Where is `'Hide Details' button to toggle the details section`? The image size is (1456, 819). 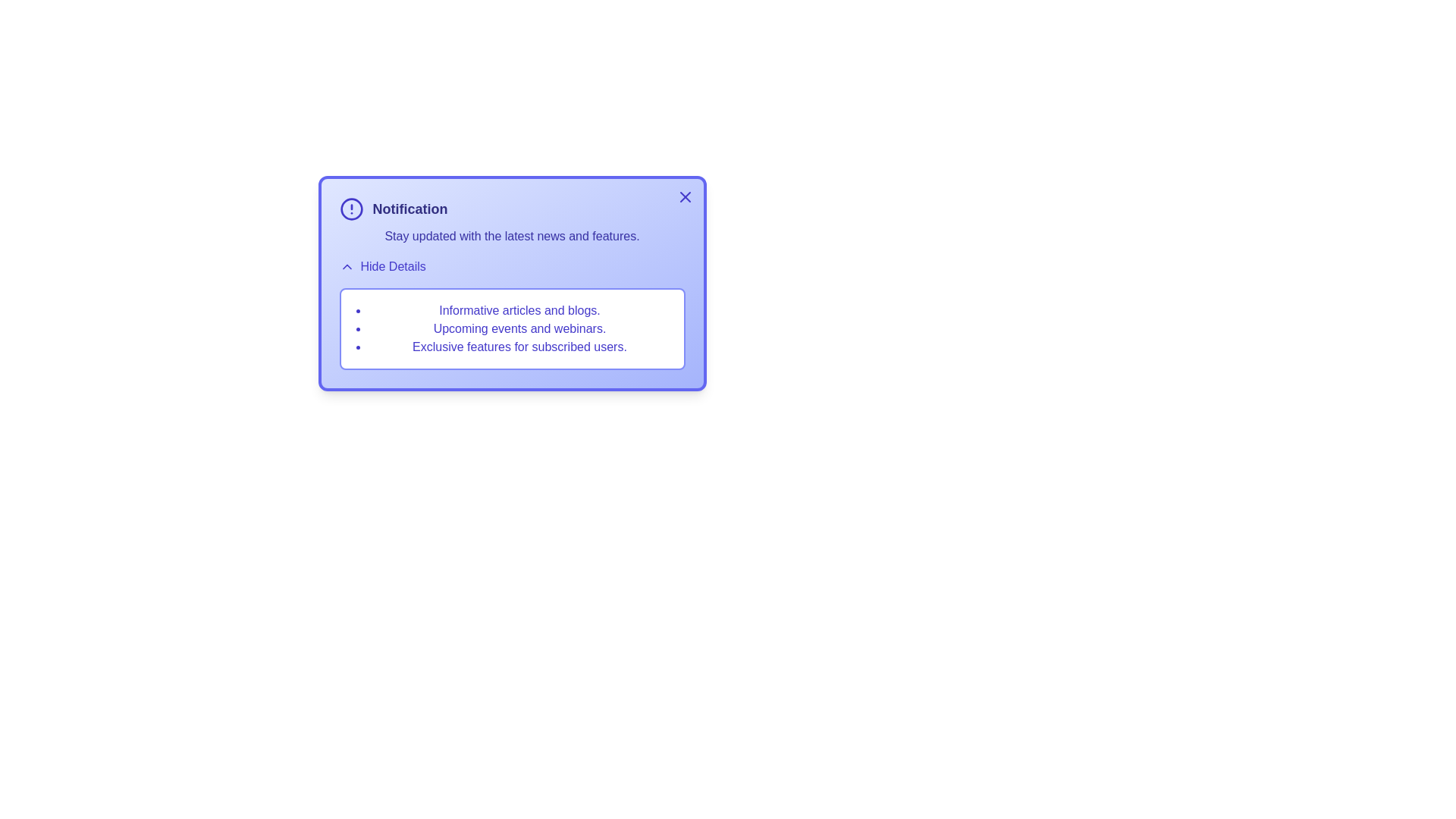 'Hide Details' button to toggle the details section is located at coordinates (382, 265).